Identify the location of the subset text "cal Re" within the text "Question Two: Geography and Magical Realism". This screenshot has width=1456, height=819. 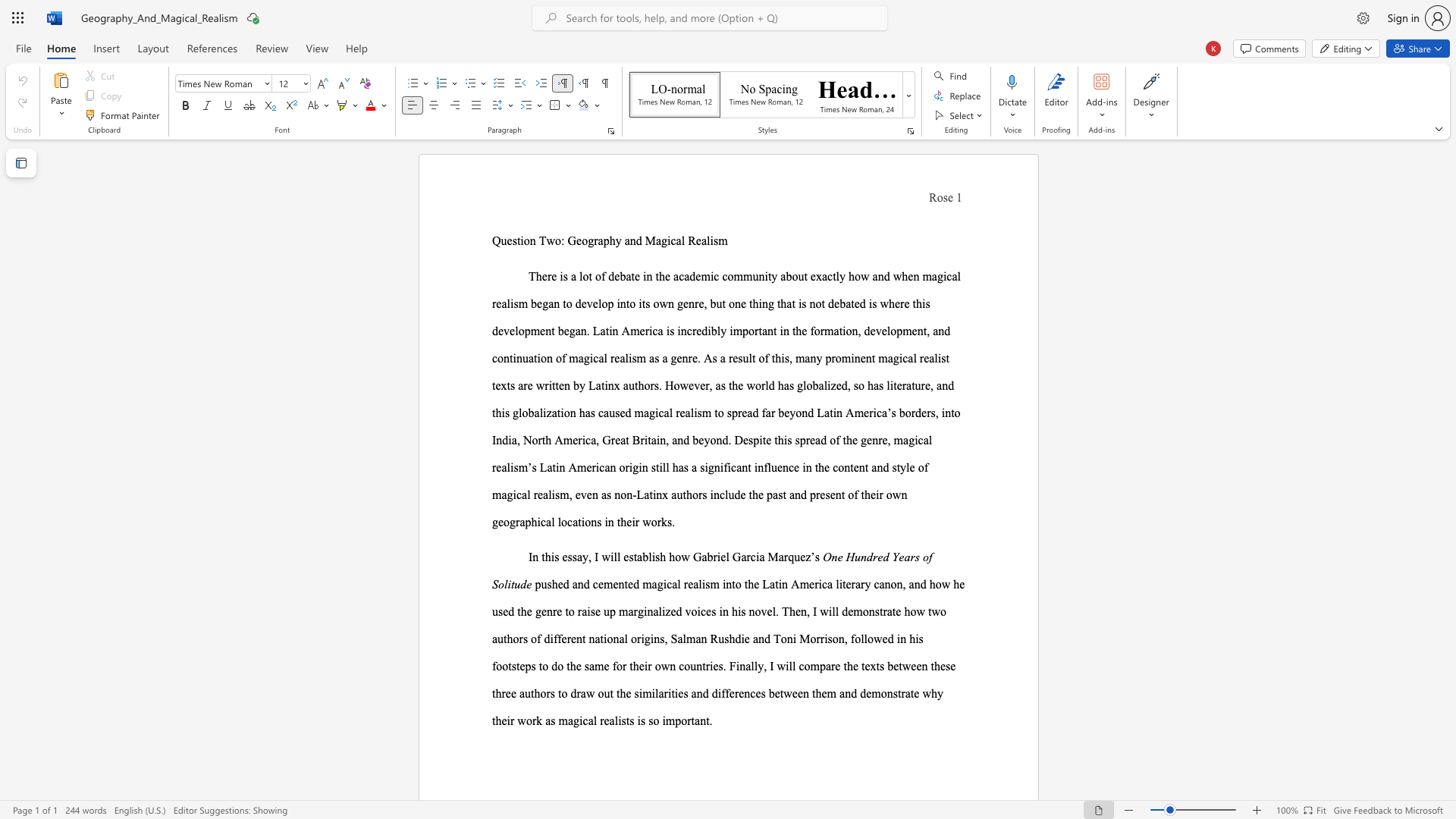
(670, 240).